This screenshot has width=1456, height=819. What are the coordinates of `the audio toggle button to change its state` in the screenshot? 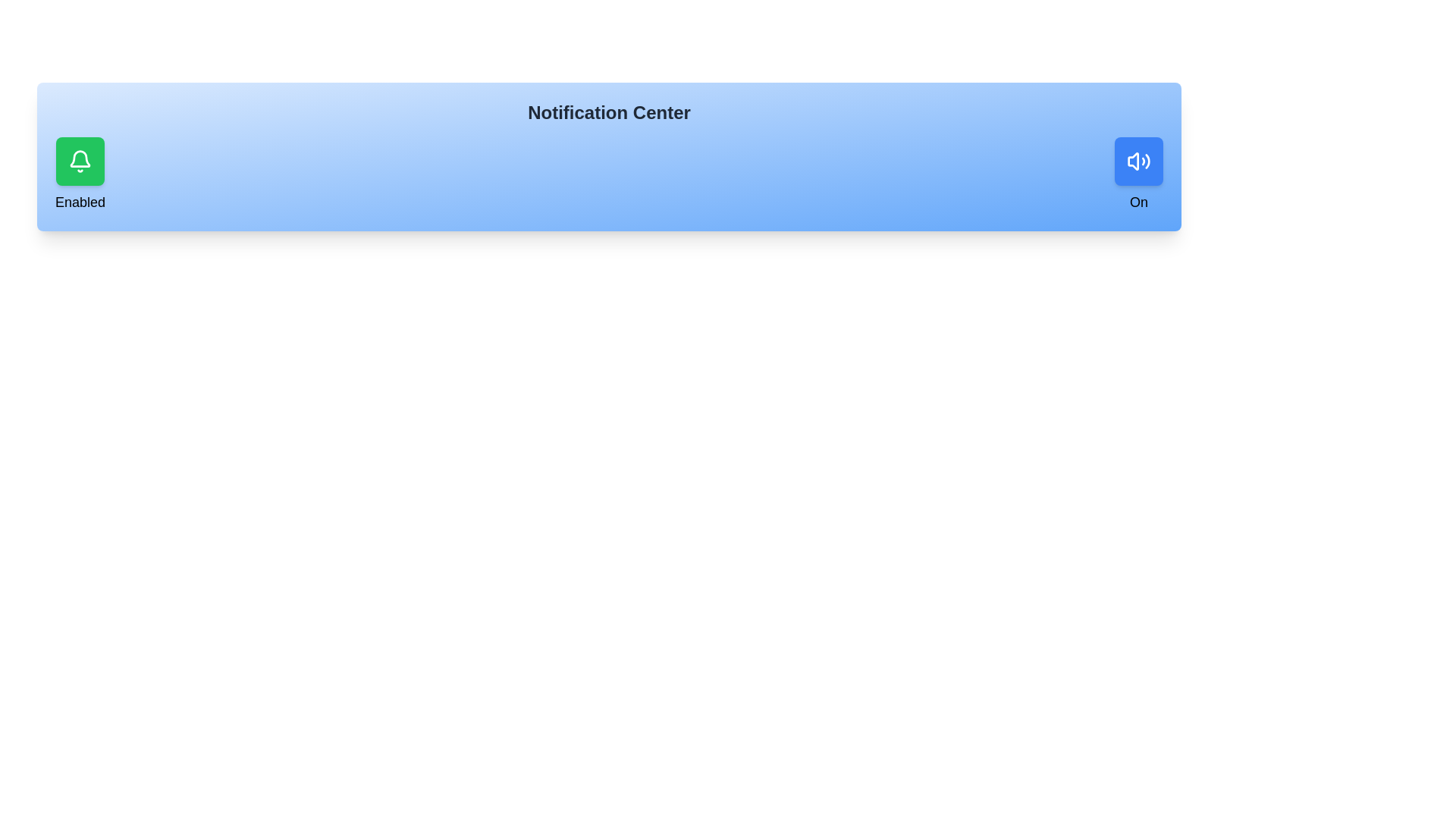 It's located at (1139, 161).